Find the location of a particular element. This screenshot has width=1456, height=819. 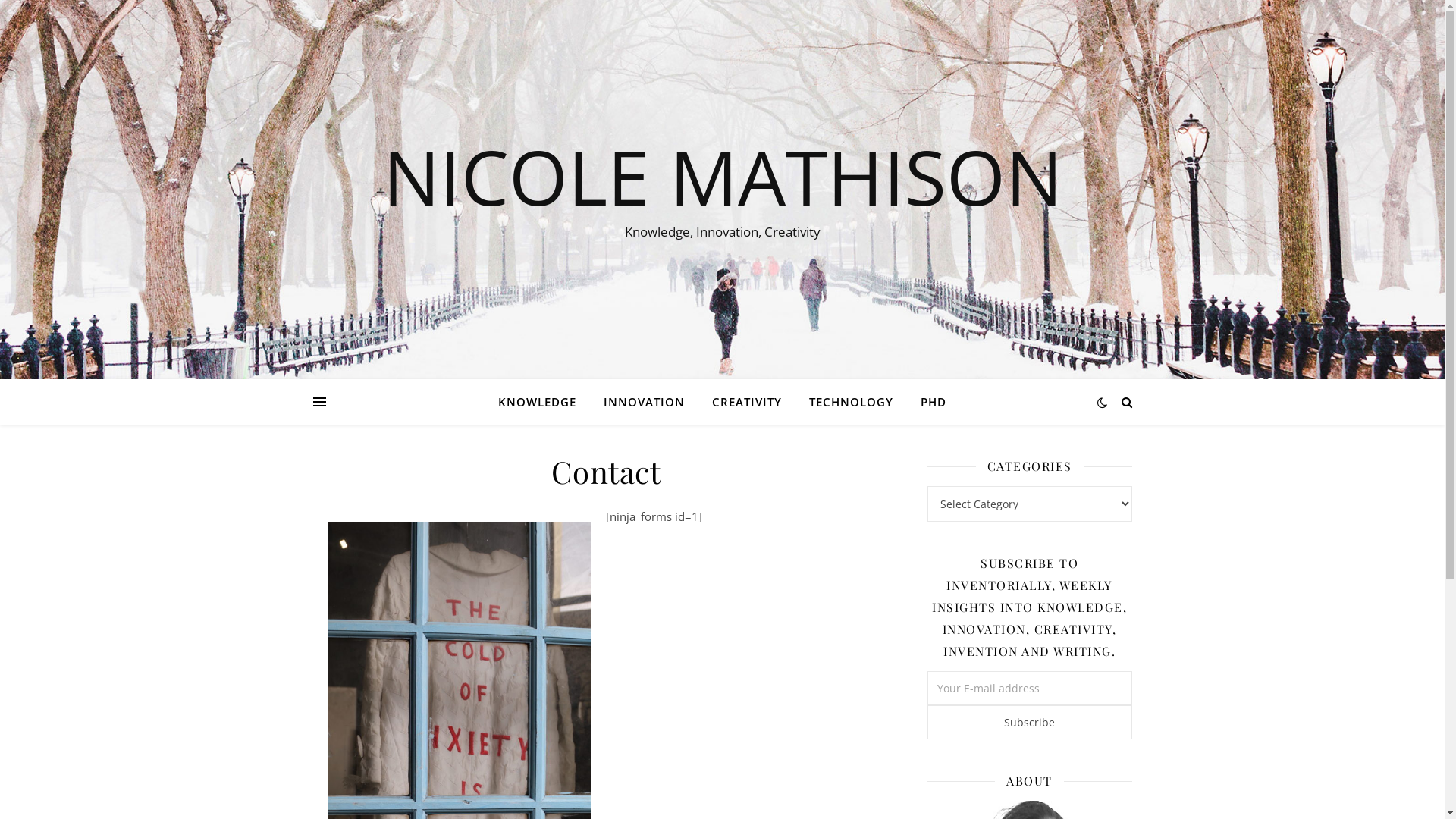

'PHD' is located at coordinates (927, 400).